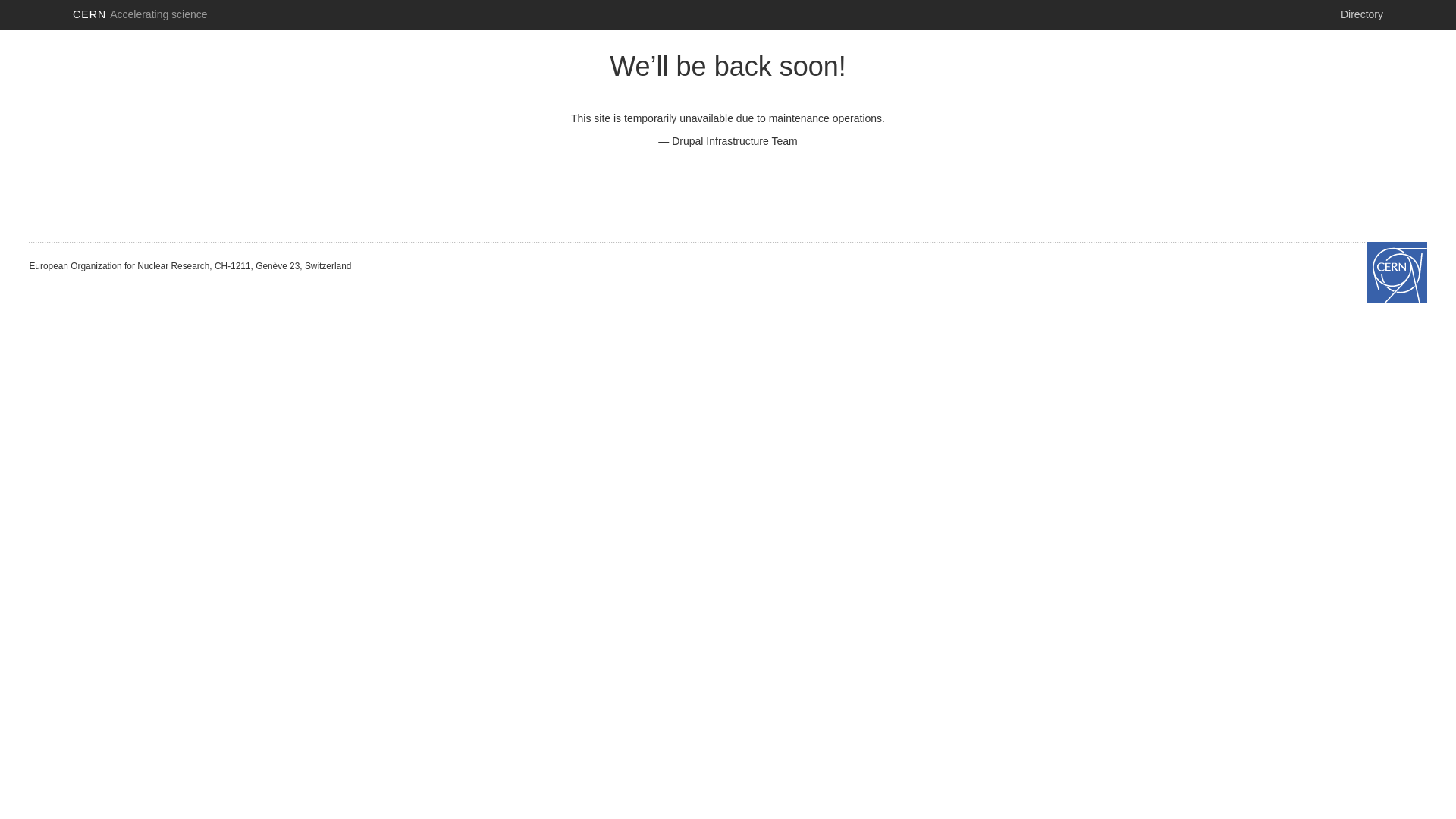 This screenshot has height=819, width=1456. Describe the element at coordinates (1361, 14) in the screenshot. I see `'Directory'` at that location.